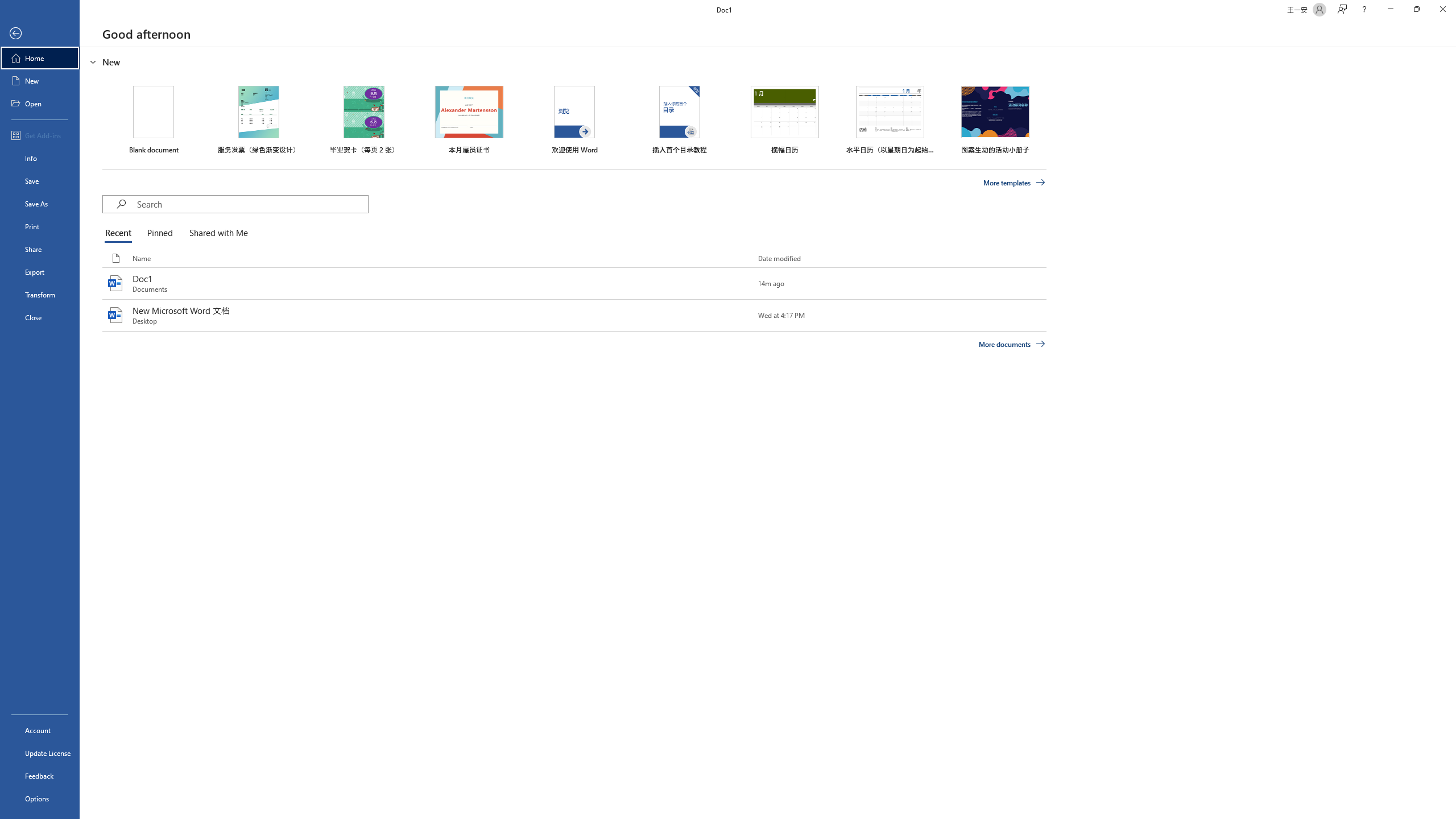  I want to click on 'New', so click(39, 80).